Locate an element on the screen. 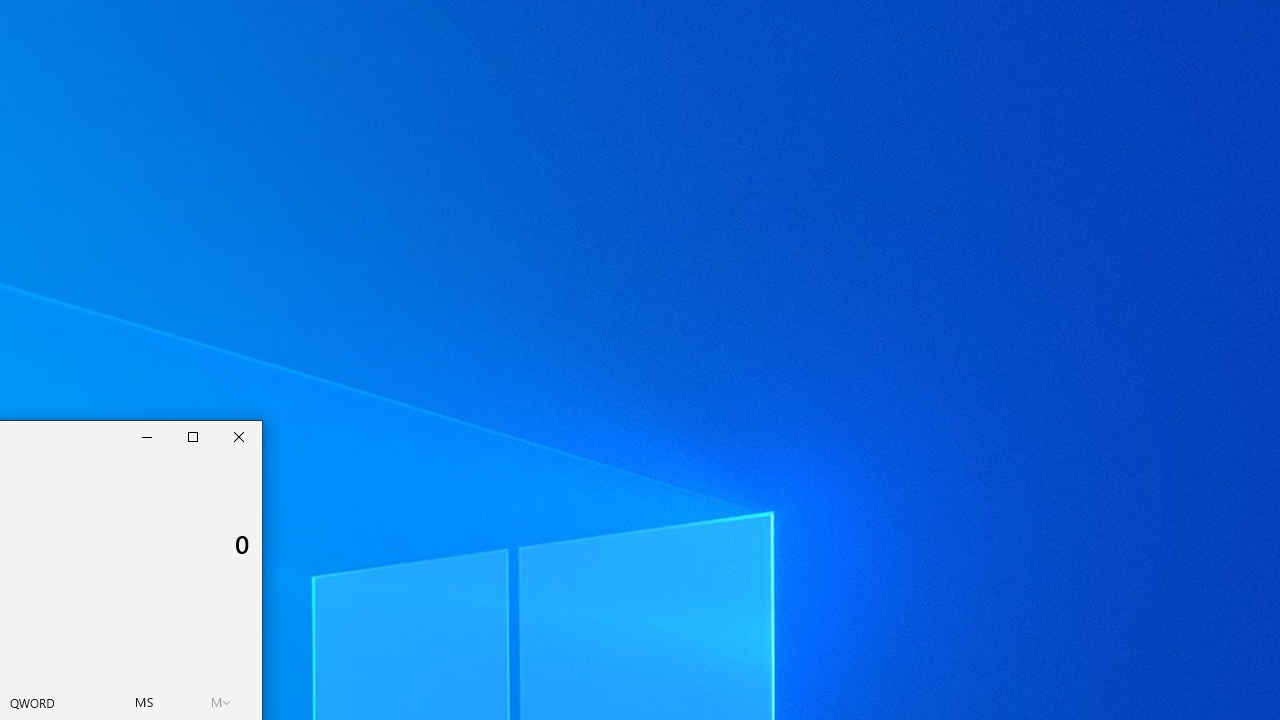  'Close Calculator' is located at coordinates (239, 436).